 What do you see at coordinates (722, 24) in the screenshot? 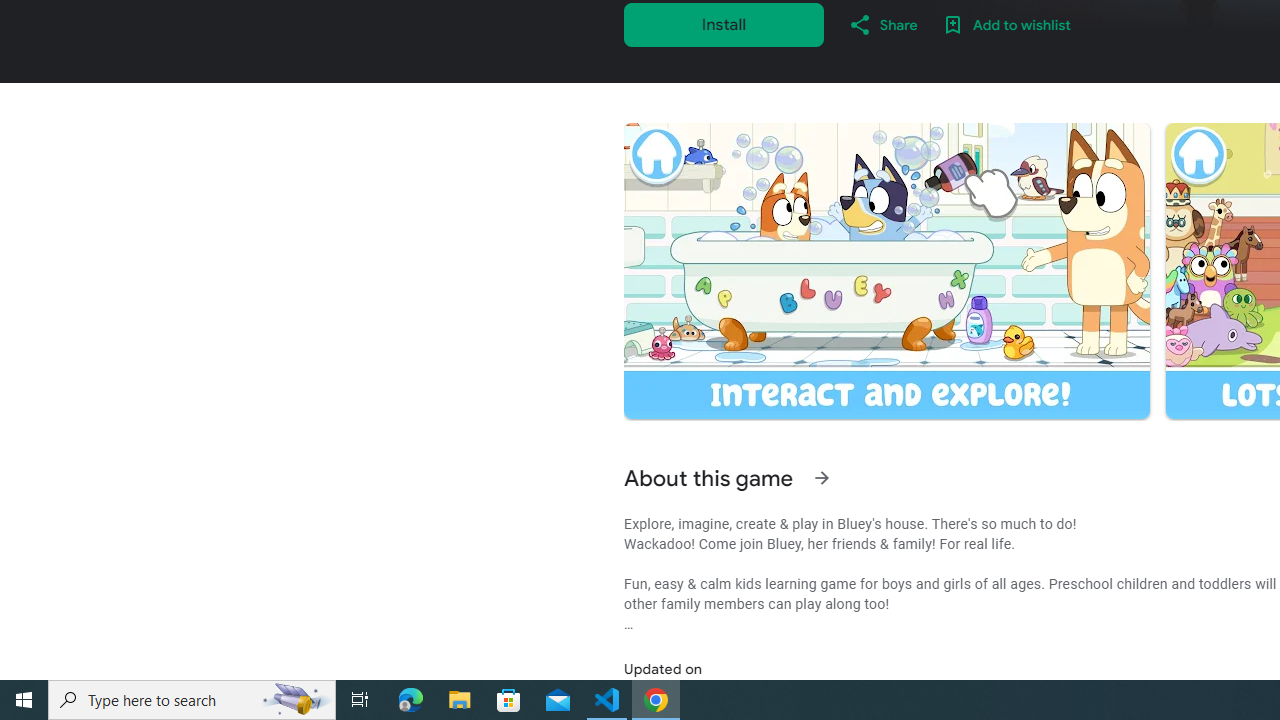
I see `'Install'` at bounding box center [722, 24].